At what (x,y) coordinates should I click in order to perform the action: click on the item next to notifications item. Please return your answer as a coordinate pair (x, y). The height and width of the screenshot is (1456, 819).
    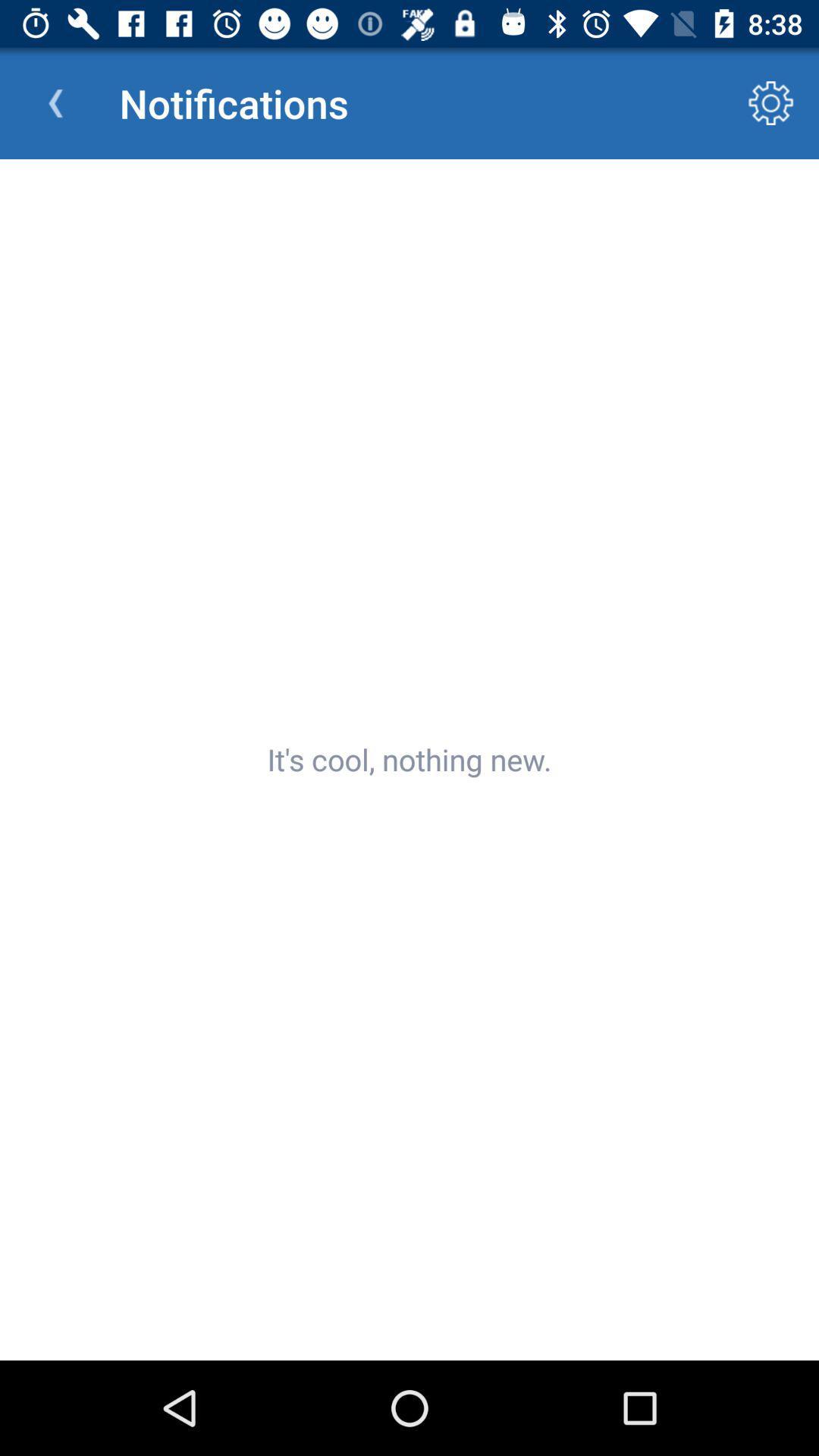
    Looking at the image, I should click on (55, 102).